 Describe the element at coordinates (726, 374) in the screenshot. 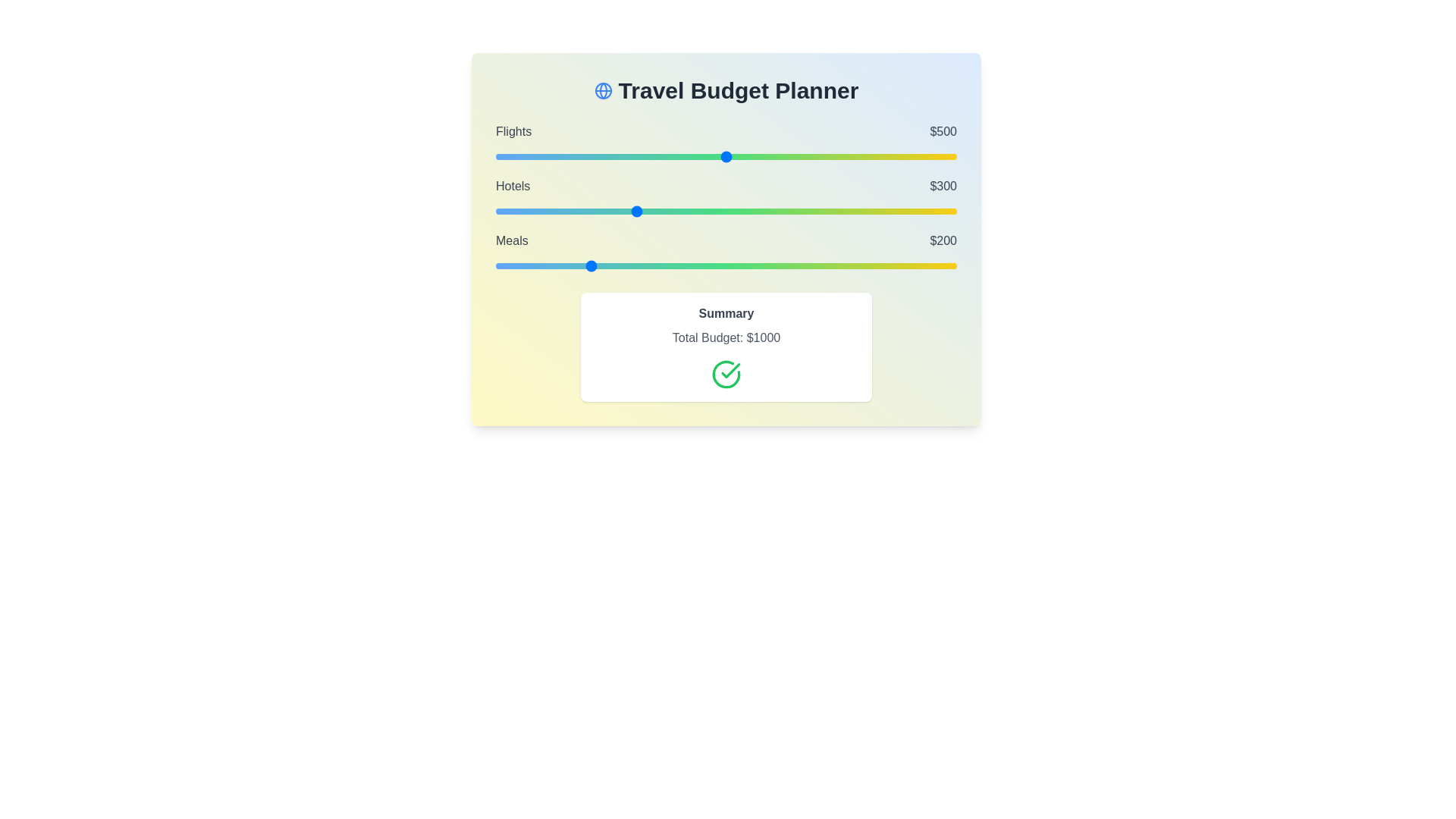

I see `the 'Check Circle' icon in the 'Summary' section` at that location.